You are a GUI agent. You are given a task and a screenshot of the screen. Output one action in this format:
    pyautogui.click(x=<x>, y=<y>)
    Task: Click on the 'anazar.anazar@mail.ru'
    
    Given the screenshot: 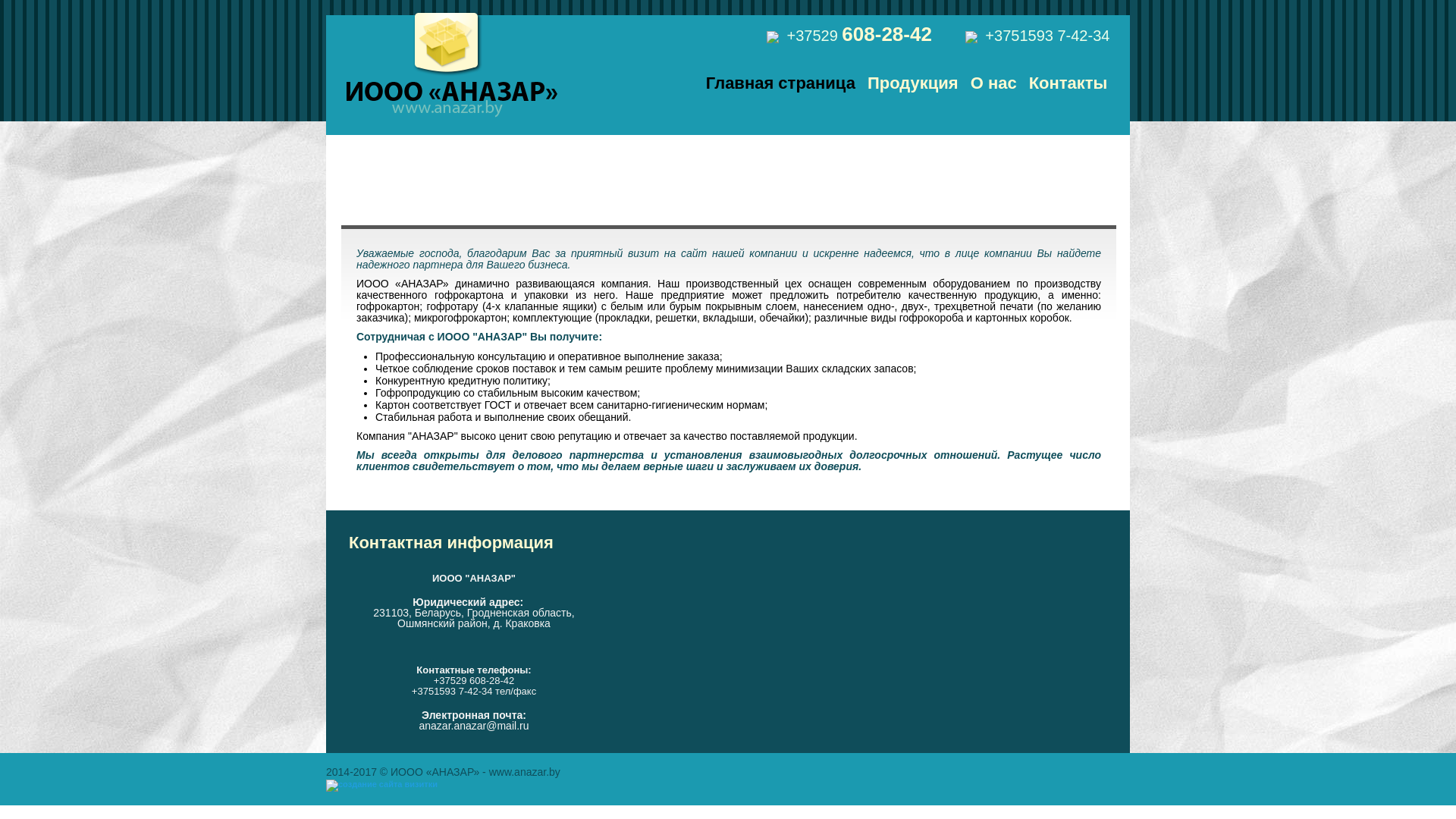 What is the action you would take?
    pyautogui.click(x=419, y=724)
    